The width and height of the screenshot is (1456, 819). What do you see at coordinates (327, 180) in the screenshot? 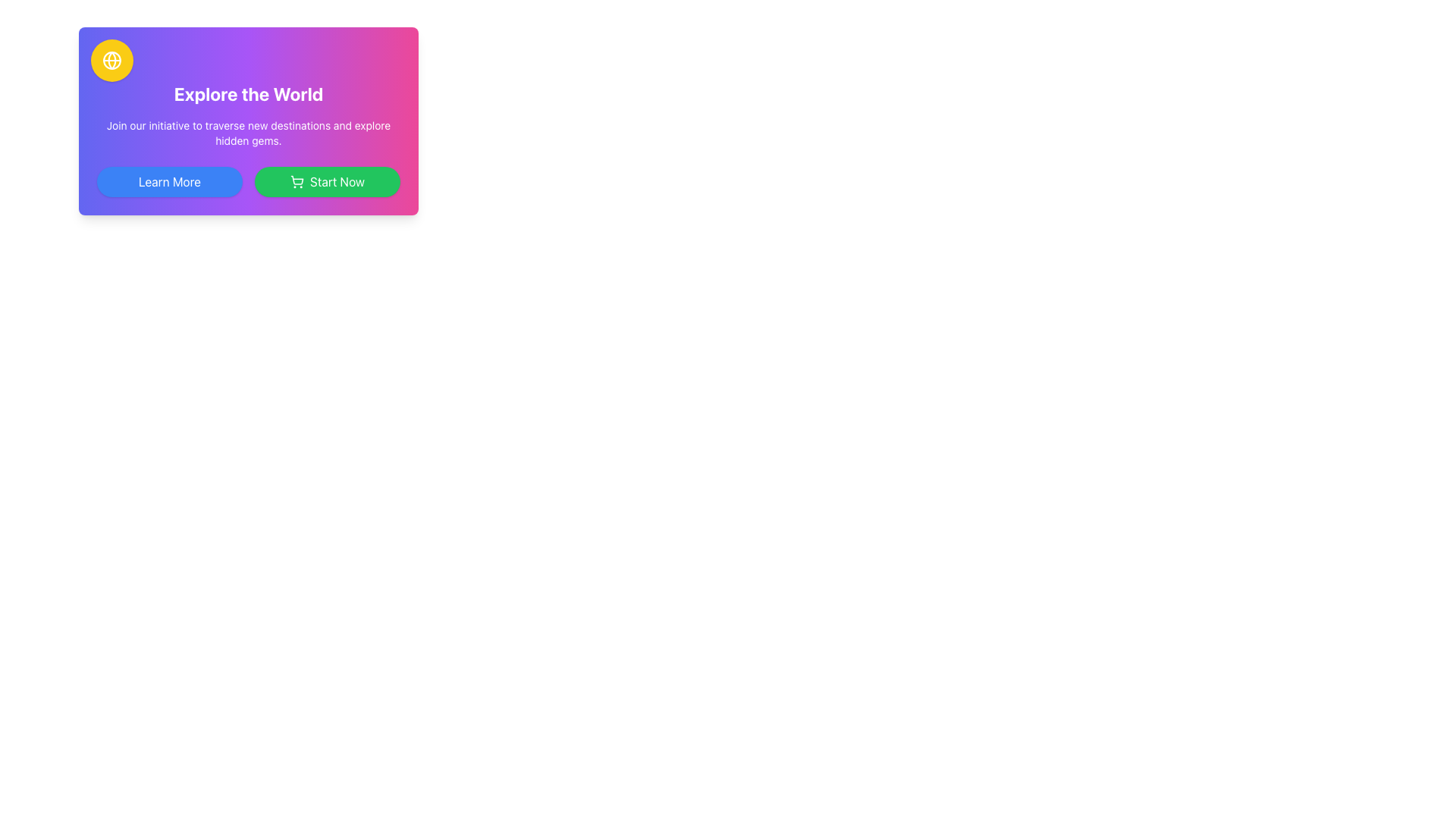
I see `the 'Start Now' button with a green background and white text to observe hover effects` at bounding box center [327, 180].